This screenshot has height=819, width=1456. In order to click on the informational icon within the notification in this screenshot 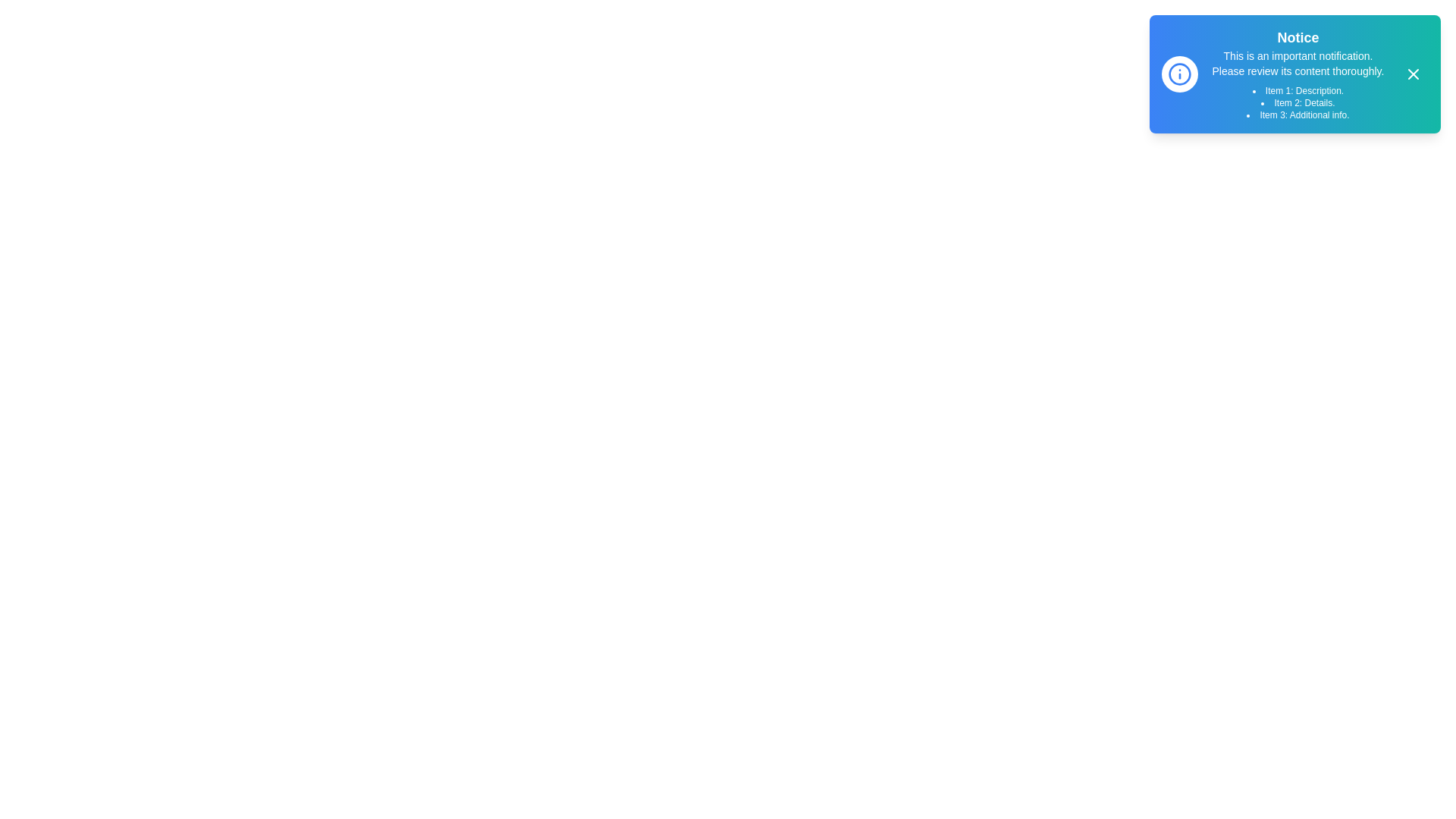, I will do `click(1178, 74)`.